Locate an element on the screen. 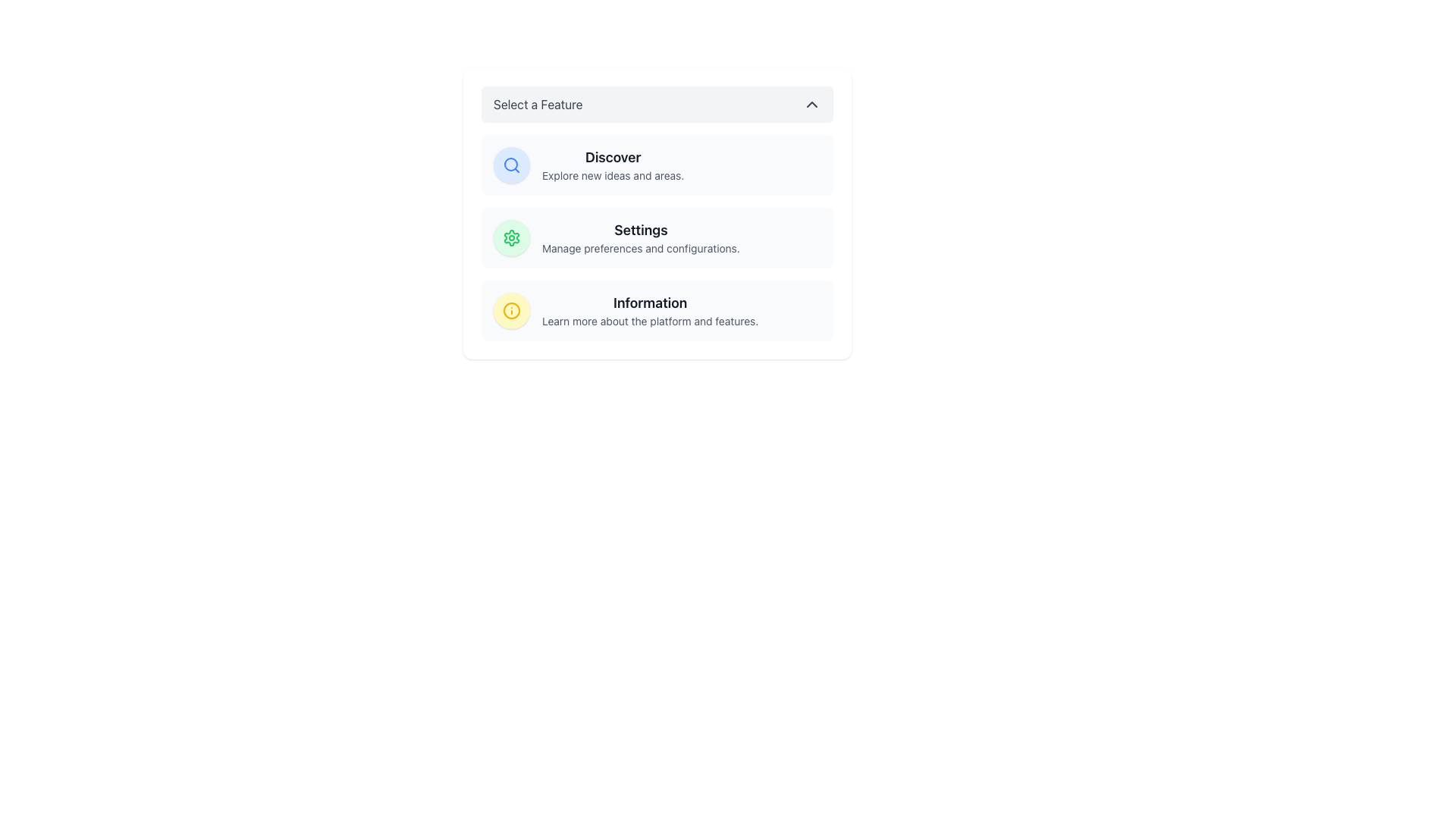 The width and height of the screenshot is (1456, 819). the circular icon button with a green background and gear outline, located to the left of the 'Settings' option in the feature list is located at coordinates (512, 237).